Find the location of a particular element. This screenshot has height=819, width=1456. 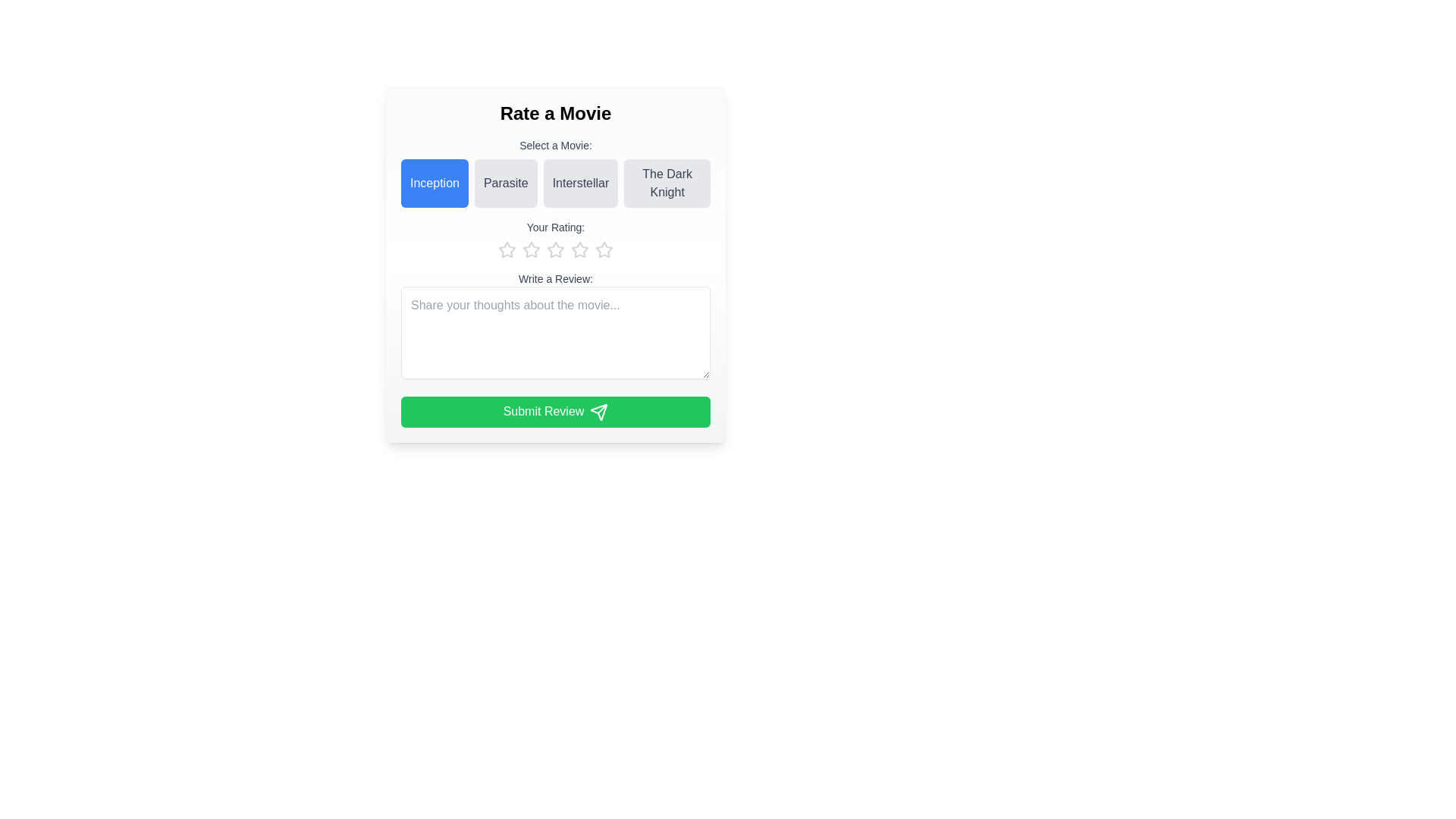

the third star icon in the series of five rating stars is located at coordinates (531, 249).